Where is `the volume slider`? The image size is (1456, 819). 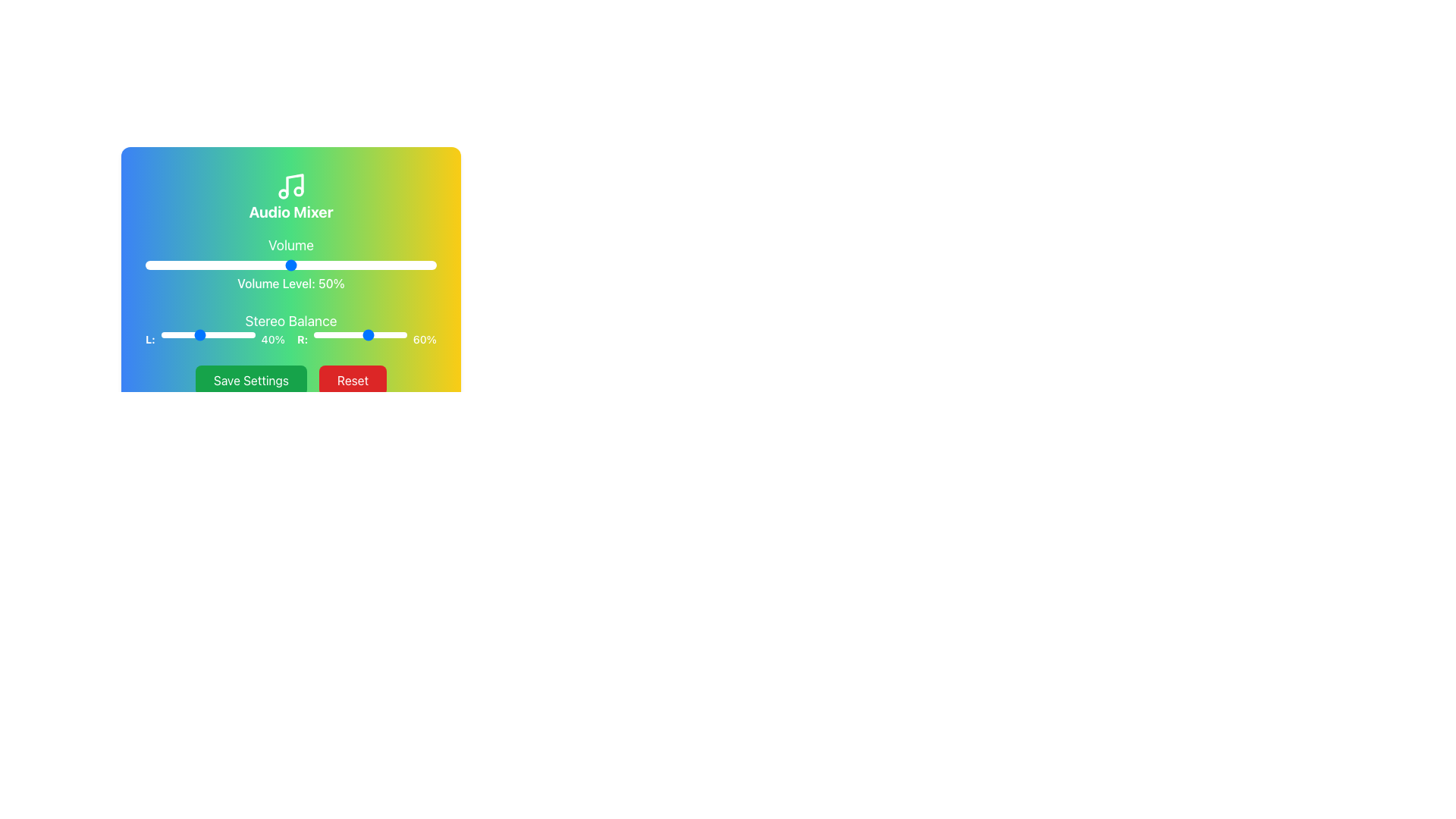
the volume slider is located at coordinates (182, 265).